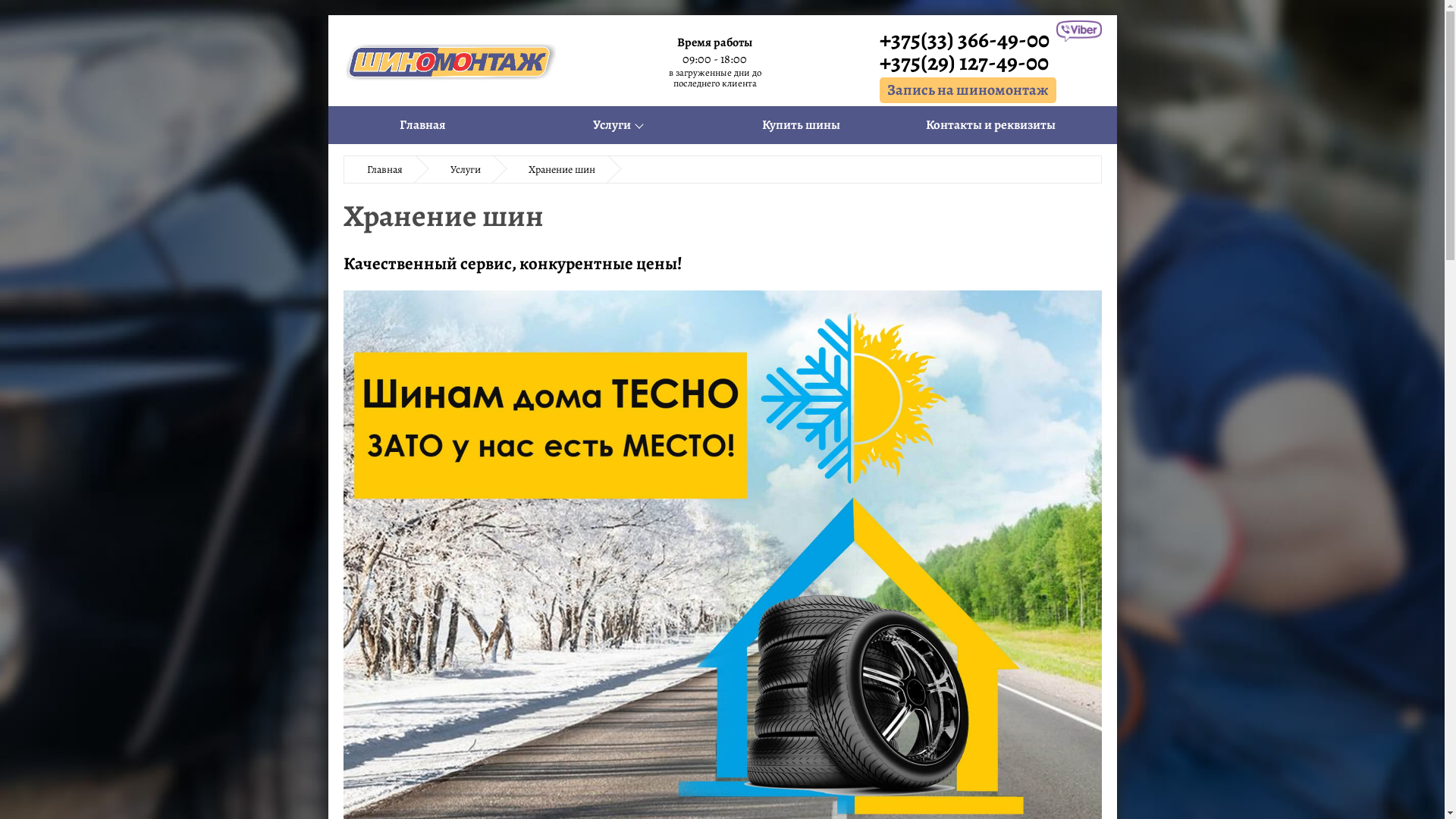  Describe the element at coordinates (967, 38) in the screenshot. I see `'+375(33) 366-49-00'` at that location.